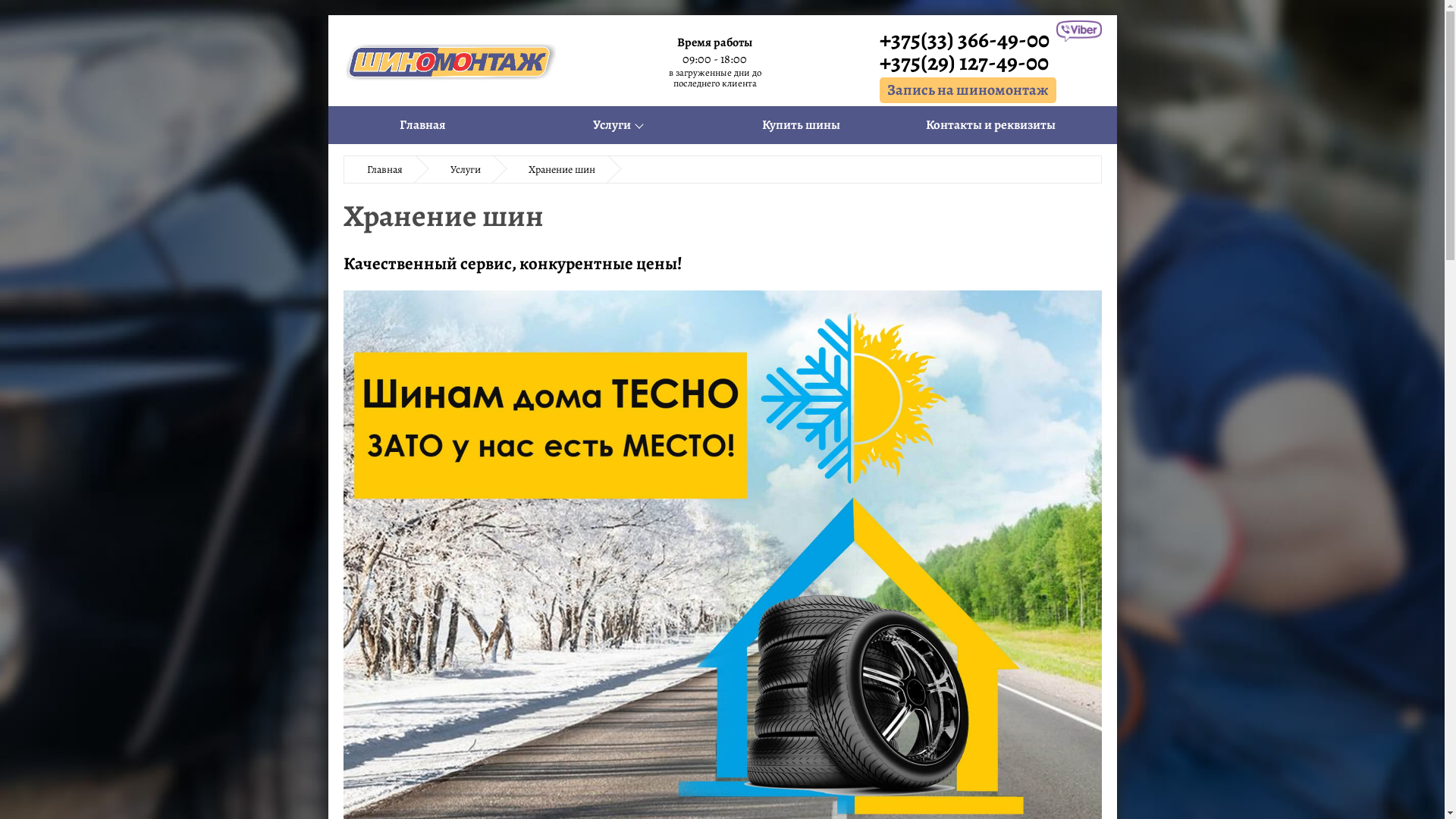  Describe the element at coordinates (967, 38) in the screenshot. I see `'+375(33) 366-49-00'` at that location.